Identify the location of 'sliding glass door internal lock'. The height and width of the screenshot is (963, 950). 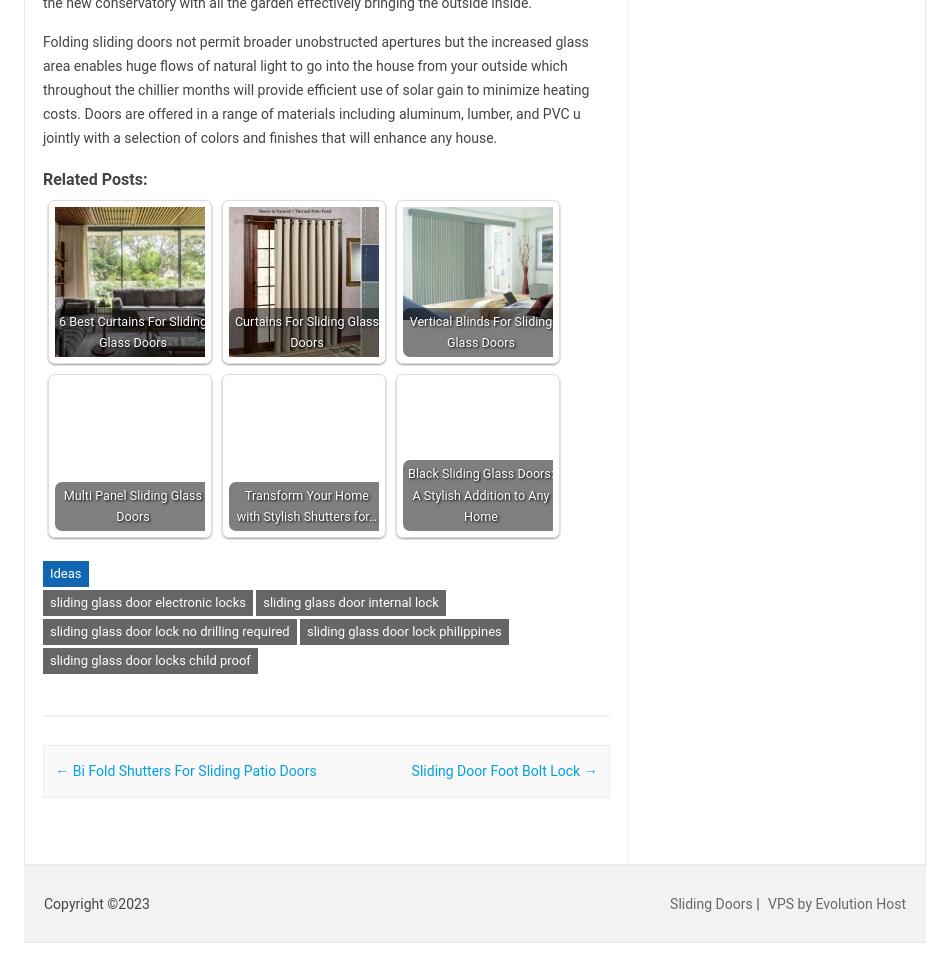
(349, 602).